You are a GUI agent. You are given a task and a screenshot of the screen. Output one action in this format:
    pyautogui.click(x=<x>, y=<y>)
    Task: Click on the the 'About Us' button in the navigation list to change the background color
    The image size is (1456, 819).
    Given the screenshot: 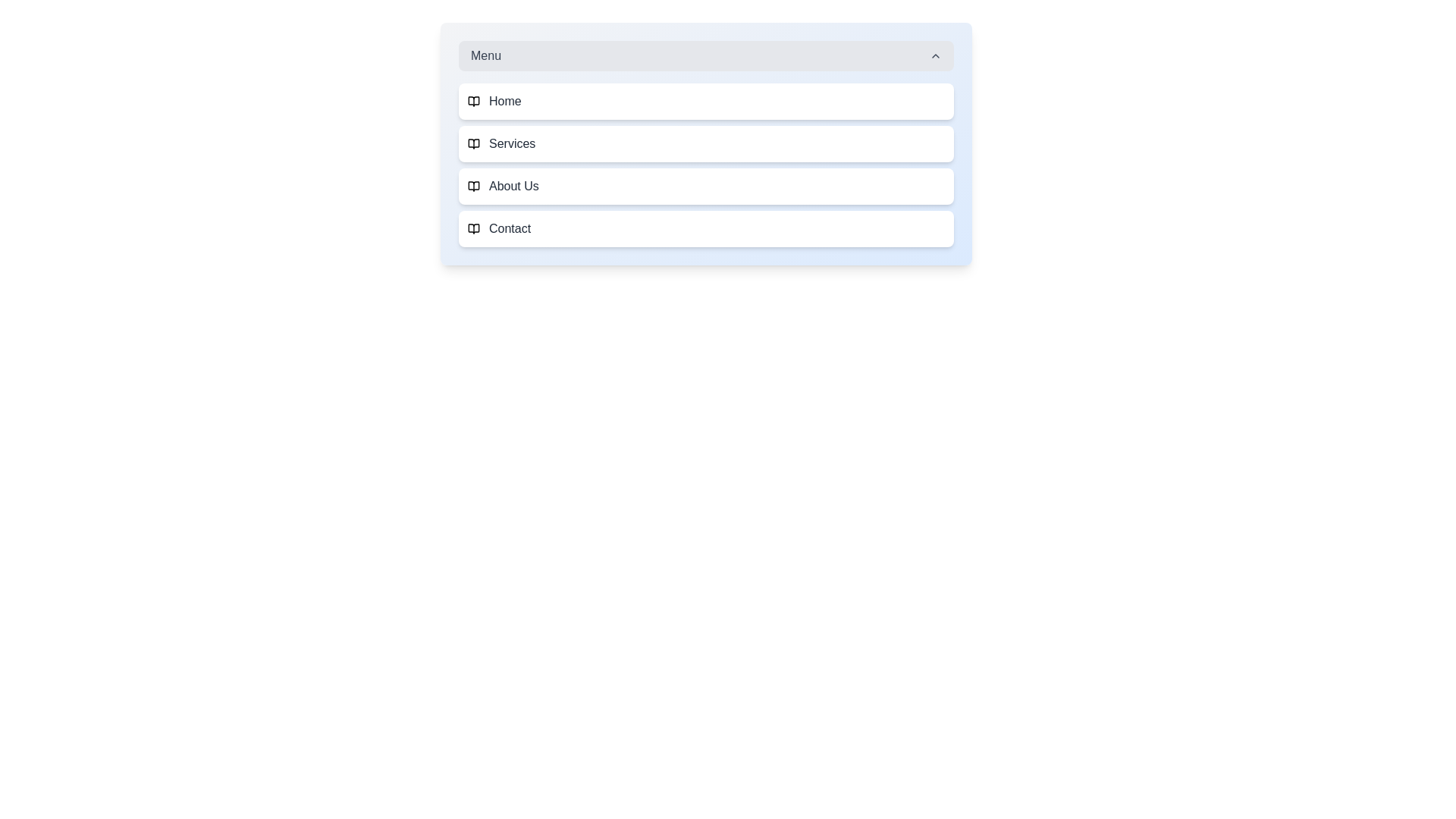 What is the action you would take?
    pyautogui.click(x=705, y=186)
    